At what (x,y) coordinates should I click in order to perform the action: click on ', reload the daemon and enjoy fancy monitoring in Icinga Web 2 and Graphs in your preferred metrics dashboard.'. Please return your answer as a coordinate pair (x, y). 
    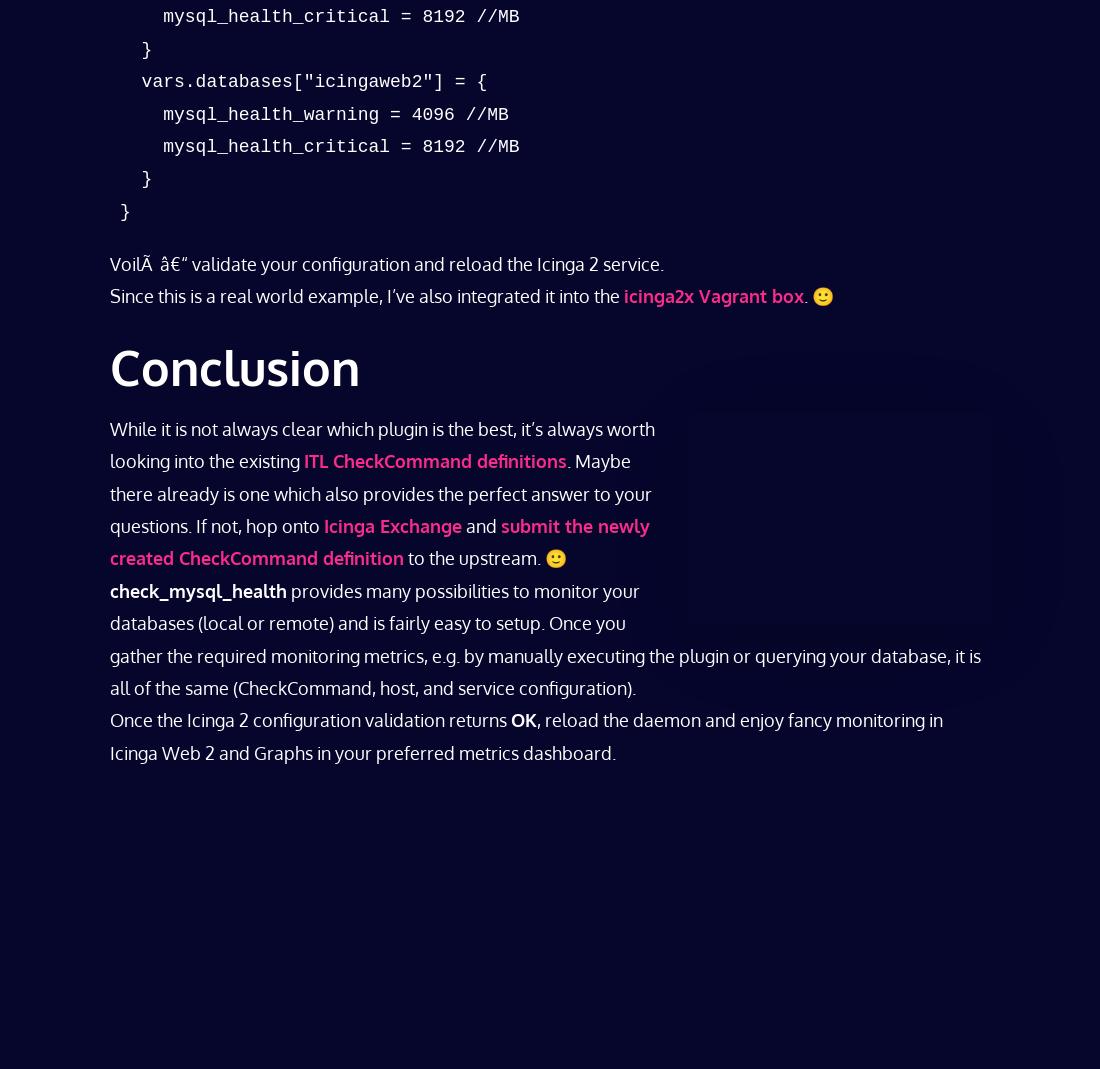
    Looking at the image, I should click on (526, 735).